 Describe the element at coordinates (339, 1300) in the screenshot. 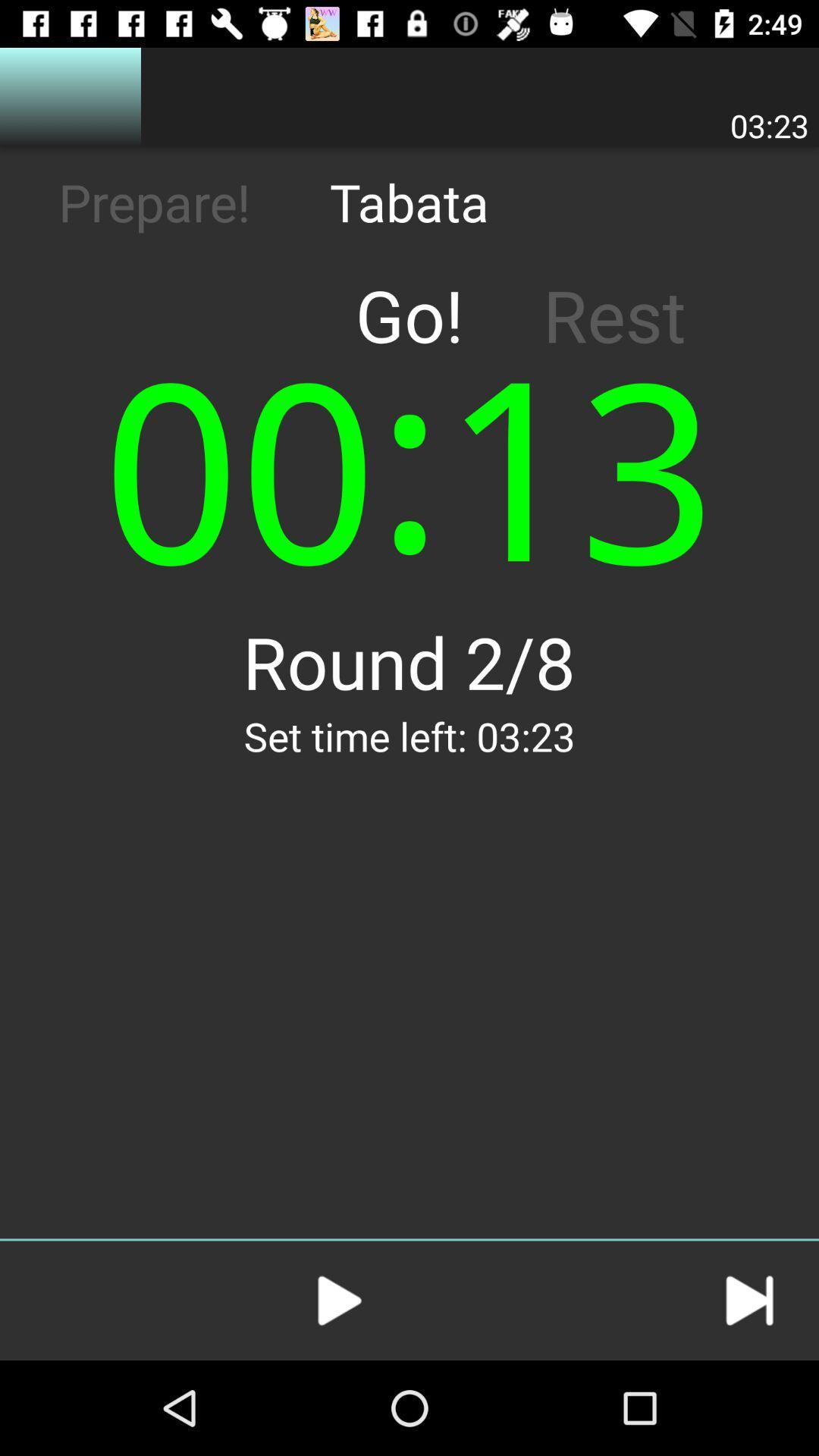

I see `button` at that location.